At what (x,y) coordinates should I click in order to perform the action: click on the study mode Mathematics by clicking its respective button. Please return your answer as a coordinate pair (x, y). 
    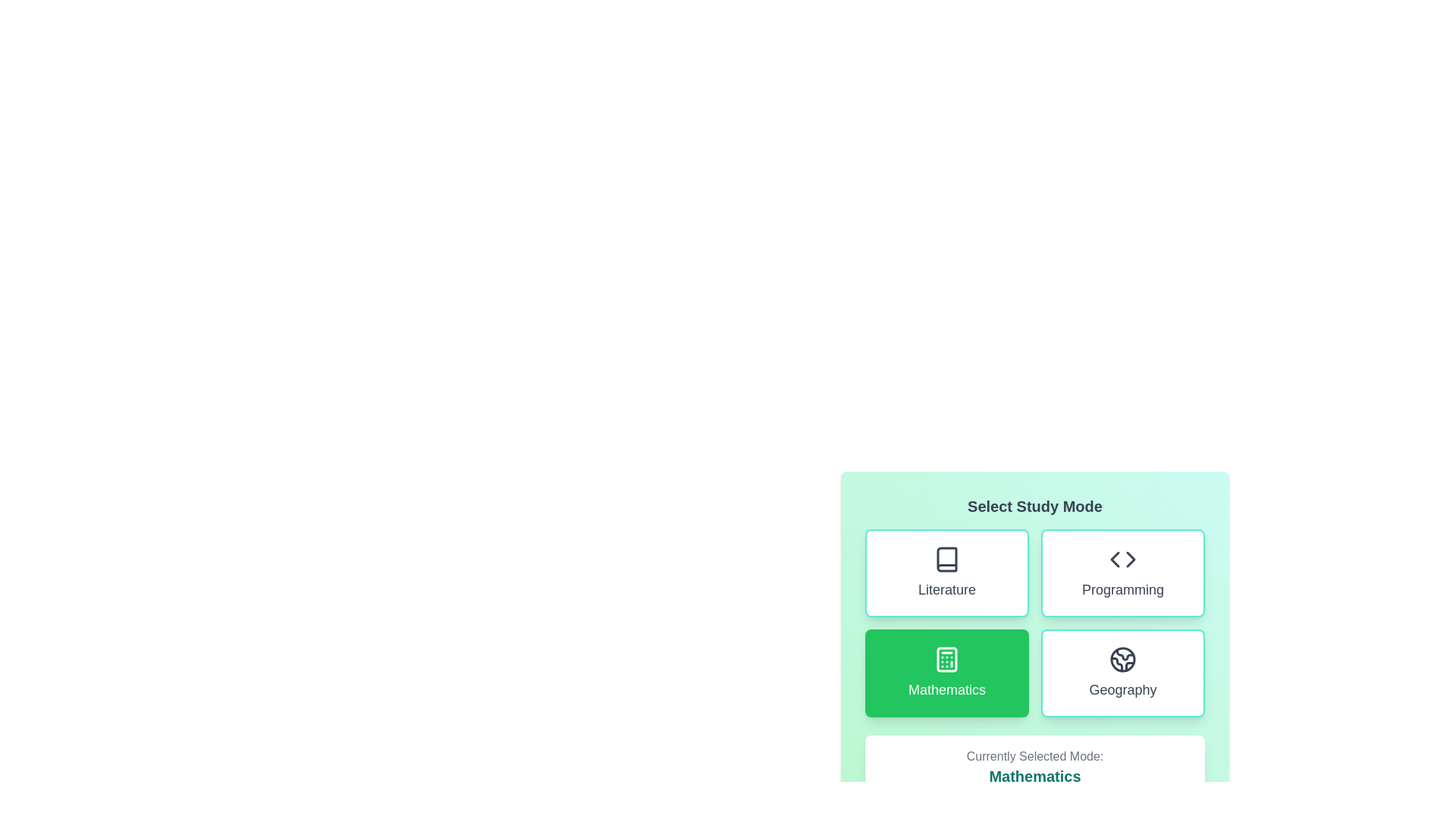
    Looking at the image, I should click on (946, 672).